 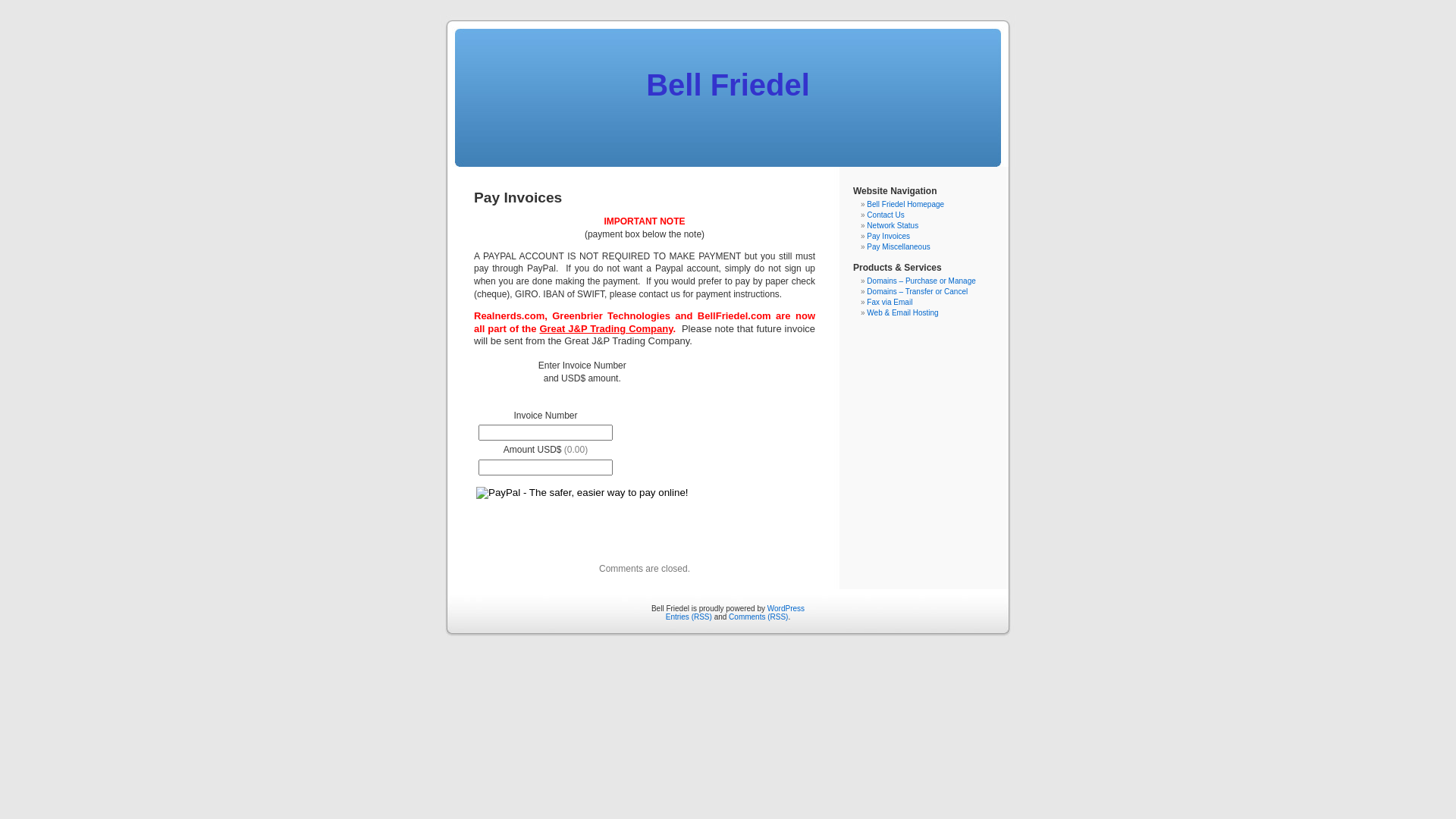 I want to click on 'Comments (RSS)', so click(x=758, y=617).